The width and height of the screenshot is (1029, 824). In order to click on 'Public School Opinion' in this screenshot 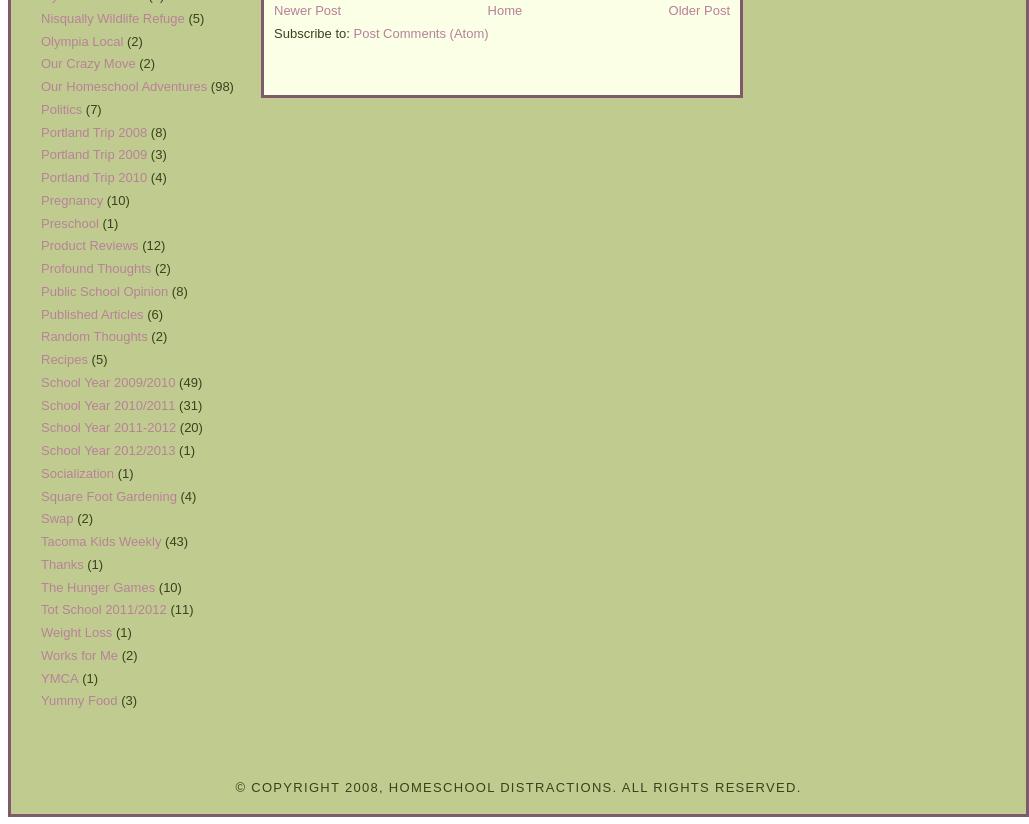, I will do `click(40, 289)`.